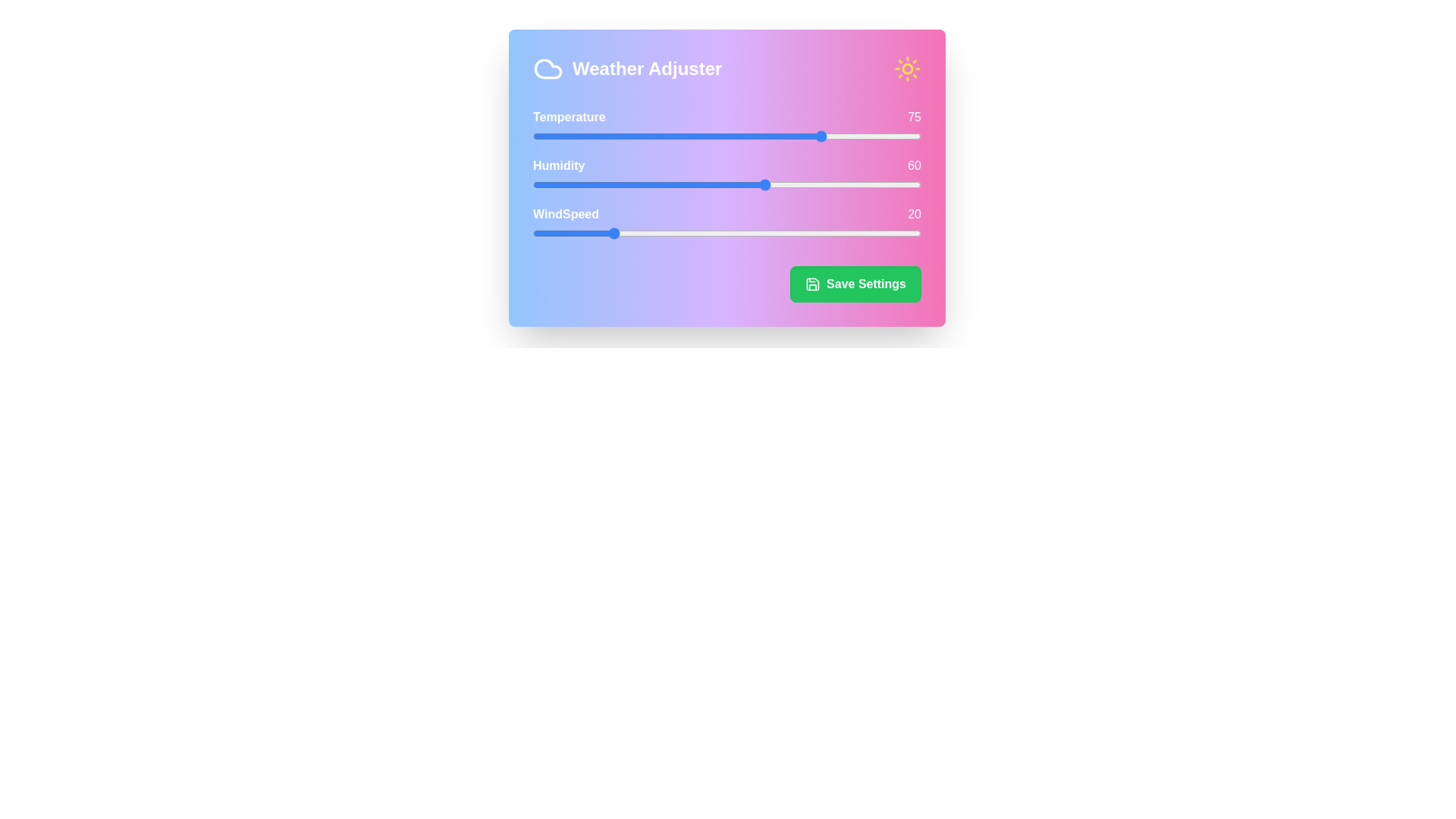 Image resolution: width=1456 pixels, height=819 pixels. What do you see at coordinates (548, 69) in the screenshot?
I see `the first weather-related icon located in the top-left corner of the 'Weather Adjuster' header section, positioned to the left of the text 'Weather Adjuster.'` at bounding box center [548, 69].